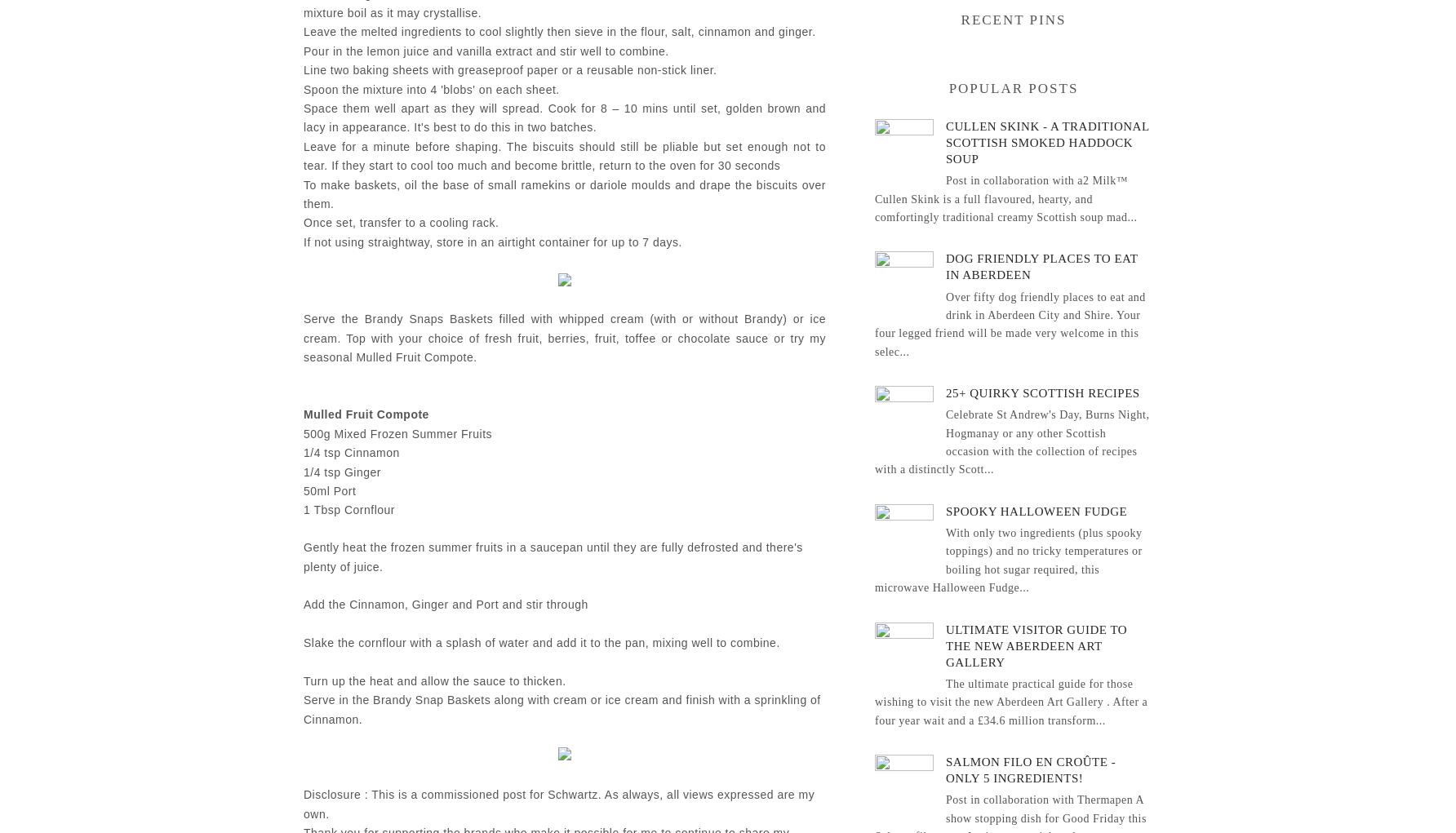 This screenshot has height=833, width=1456. Describe the element at coordinates (1036, 510) in the screenshot. I see `'Spooky Halloween Fudge'` at that location.